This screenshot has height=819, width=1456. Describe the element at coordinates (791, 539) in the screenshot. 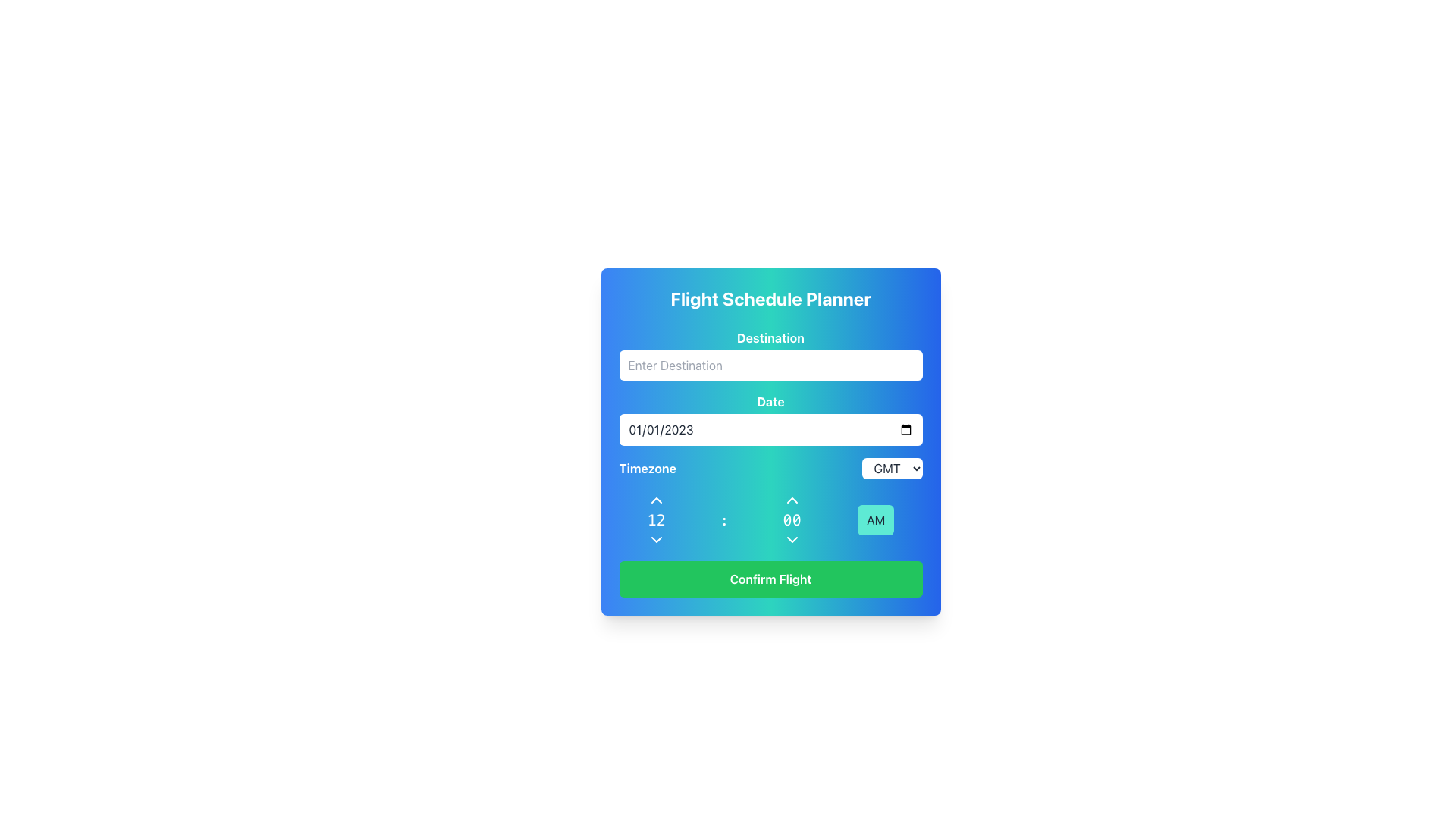

I see `the chevron icon button located at the bottom center of the minutes time selection widget` at that location.